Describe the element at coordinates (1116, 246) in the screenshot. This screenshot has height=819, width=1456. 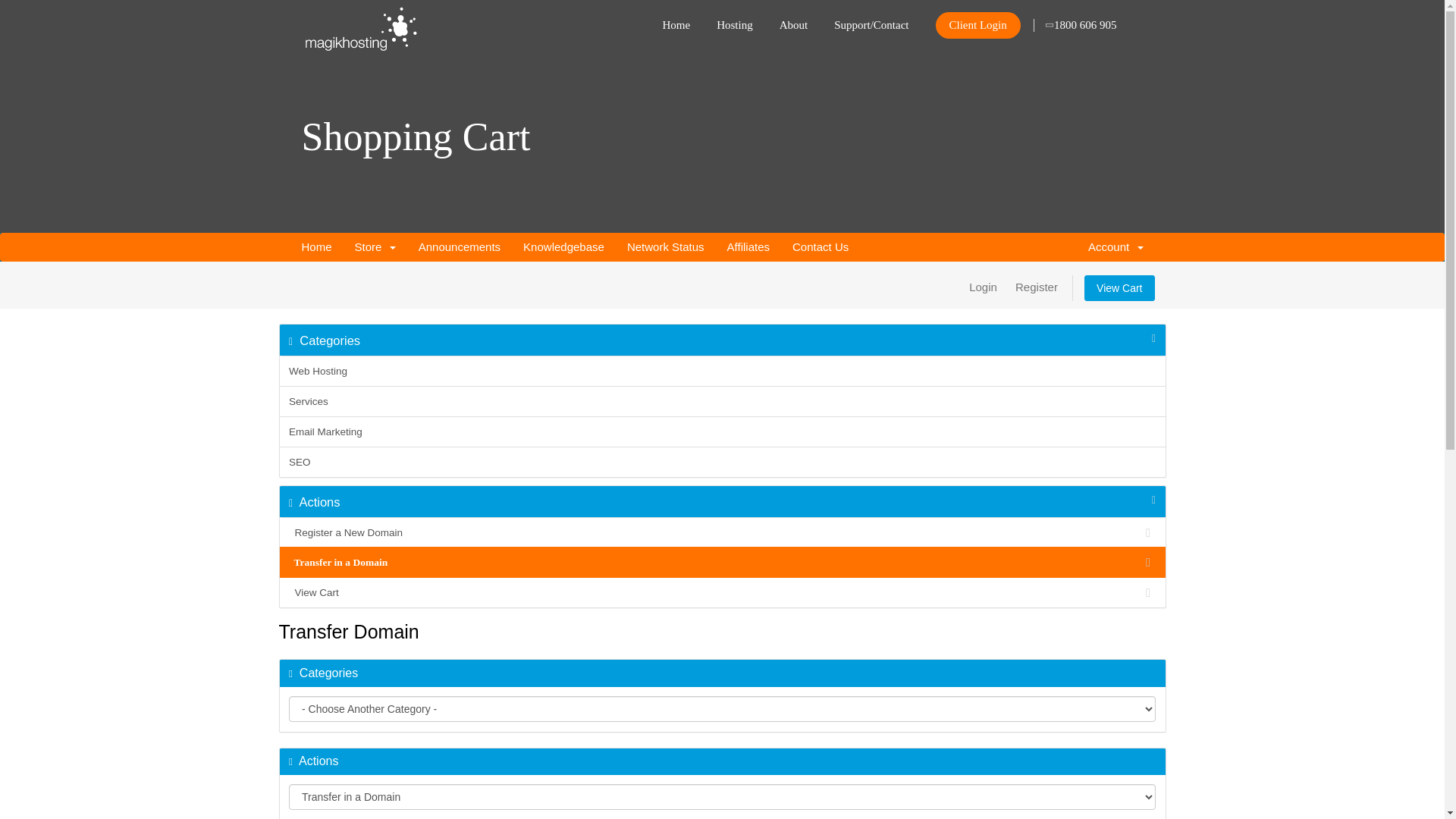
I see `'Account  '` at that location.